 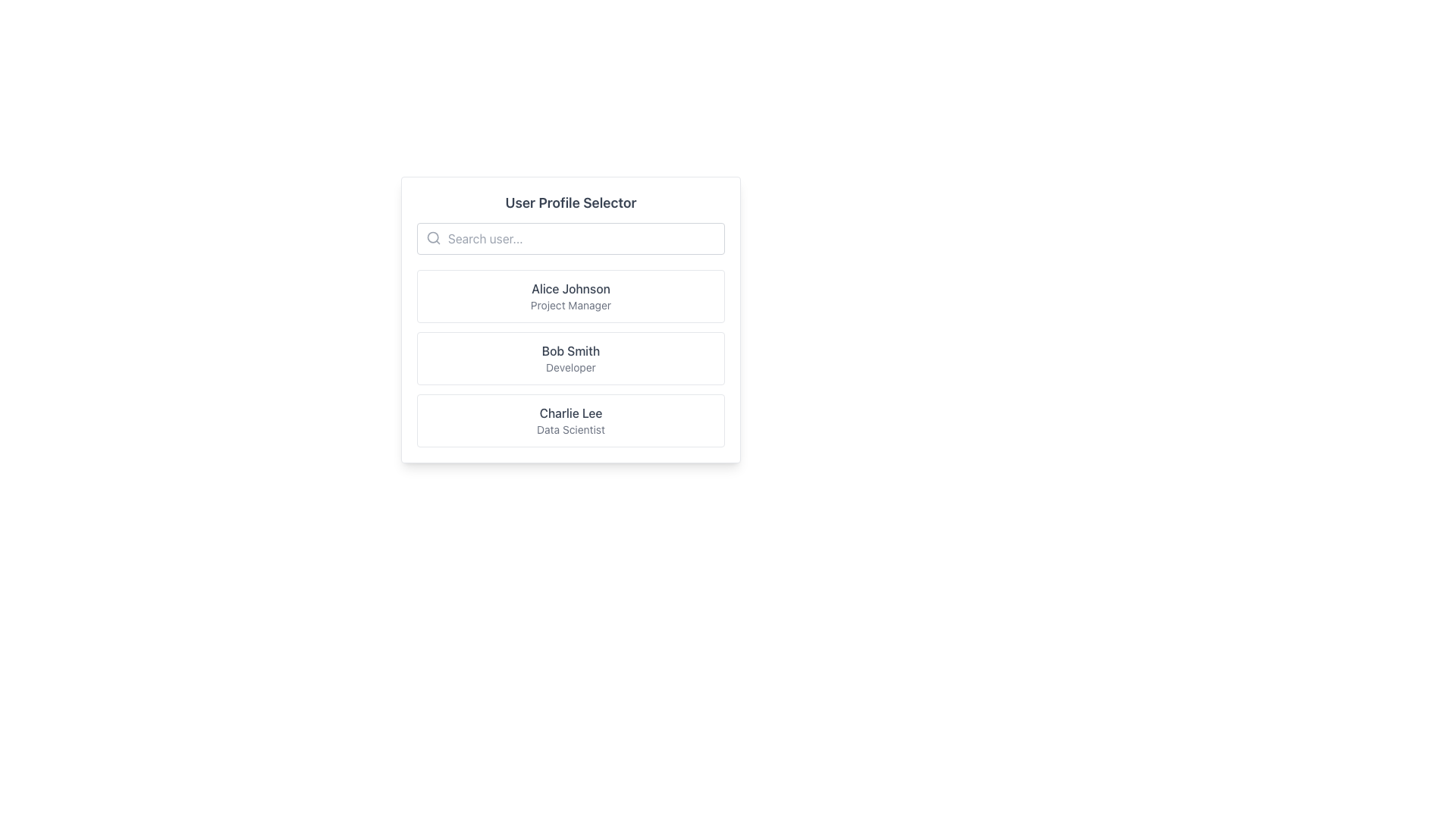 What do you see at coordinates (570, 421) in the screenshot?
I see `the user profile list item representing 'Charlie Lee - Data Scientist'` at bounding box center [570, 421].